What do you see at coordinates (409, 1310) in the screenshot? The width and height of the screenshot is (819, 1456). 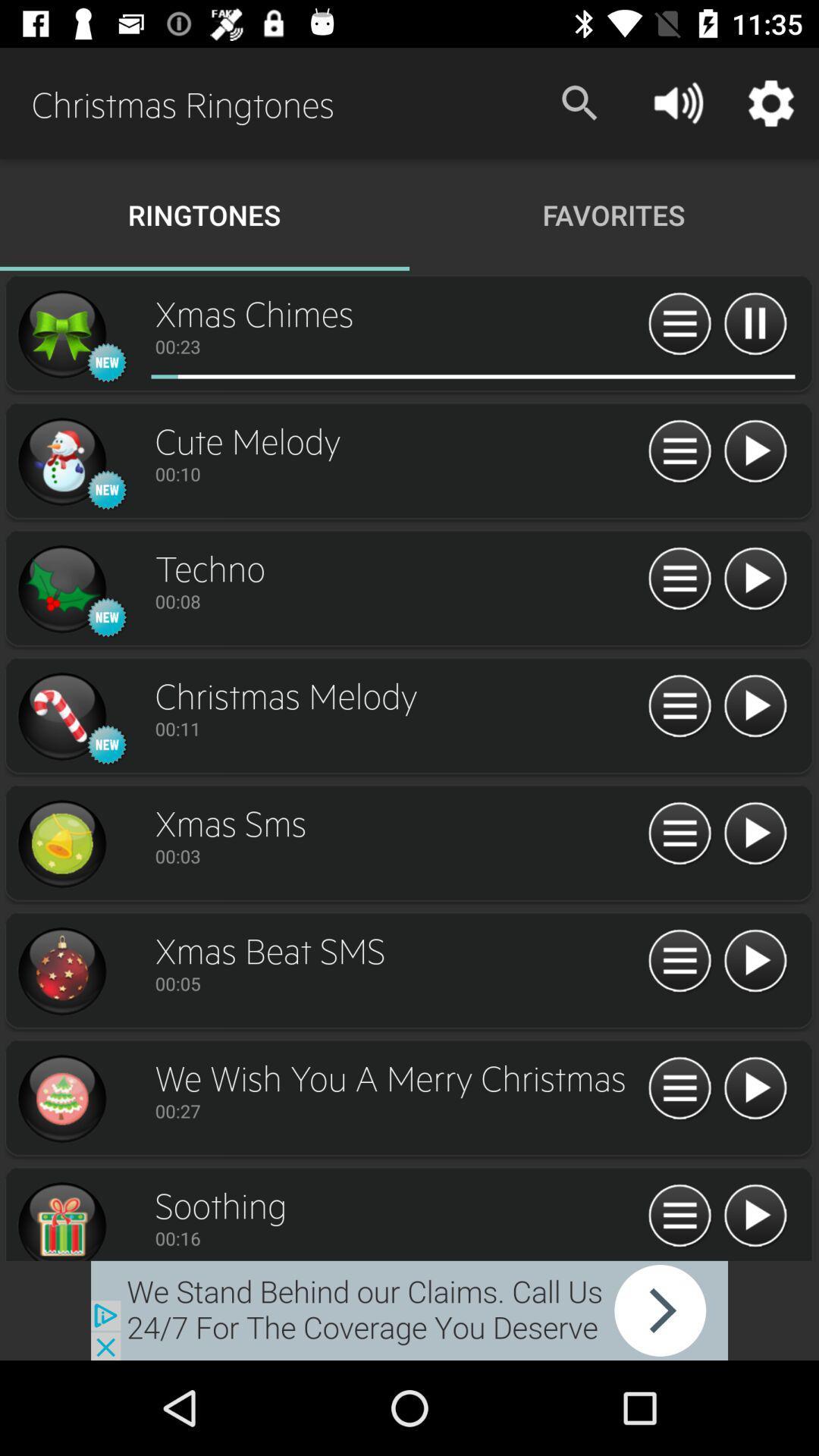 I see `back farce` at bounding box center [409, 1310].